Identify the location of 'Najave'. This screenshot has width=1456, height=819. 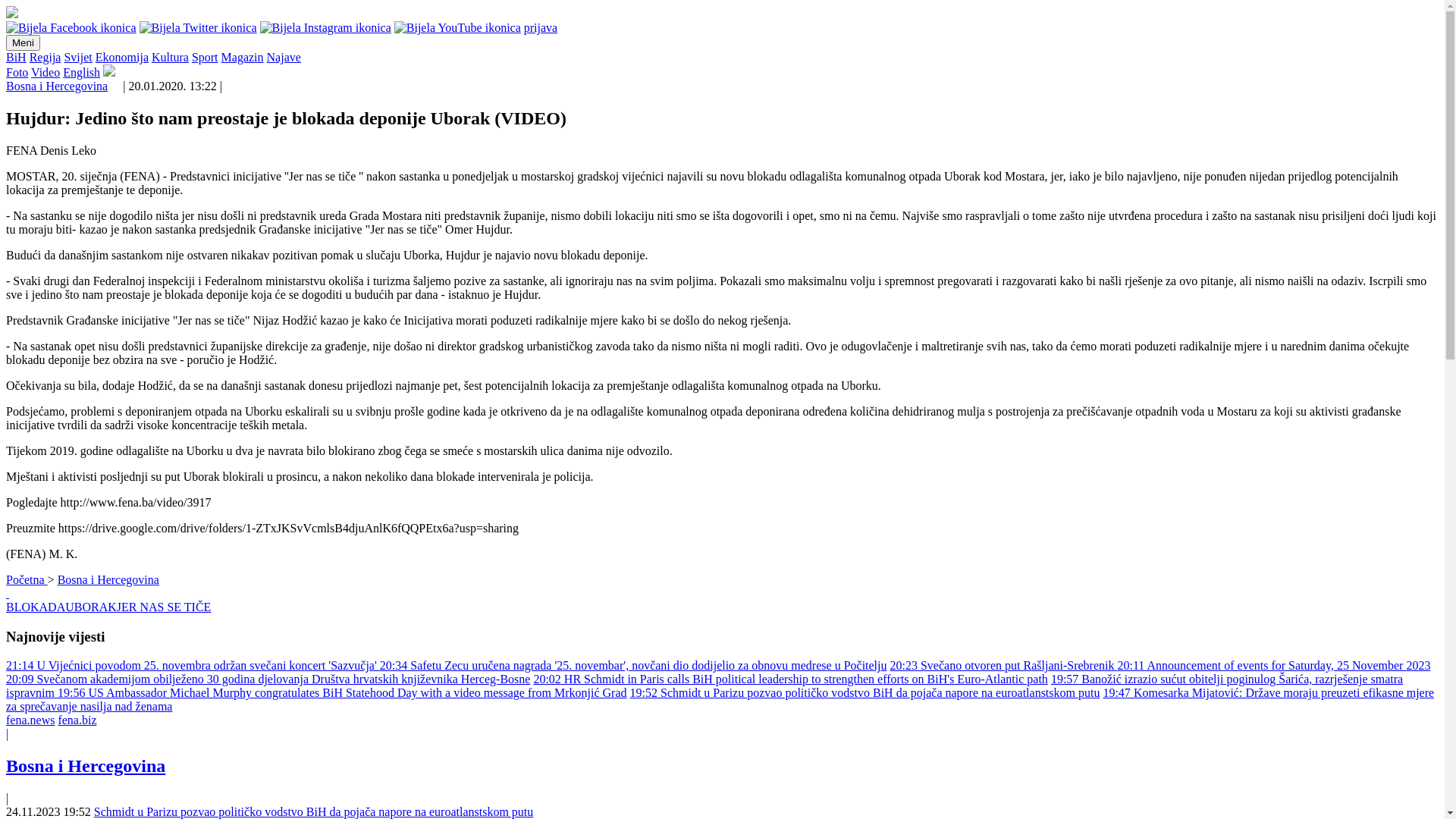
(284, 56).